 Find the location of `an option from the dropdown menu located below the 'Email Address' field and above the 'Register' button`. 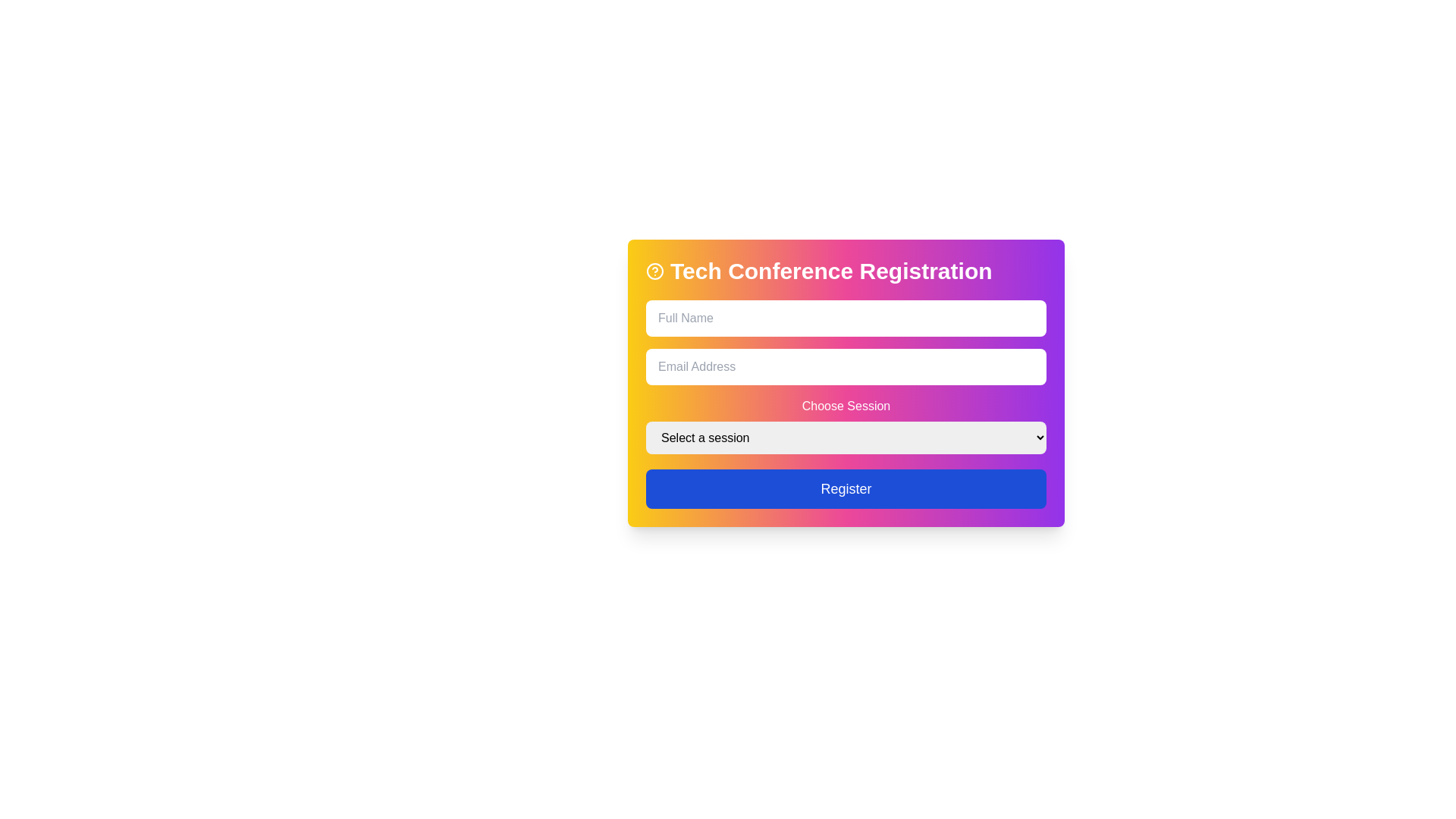

an option from the dropdown menu located below the 'Email Address' field and above the 'Register' button is located at coordinates (846, 425).